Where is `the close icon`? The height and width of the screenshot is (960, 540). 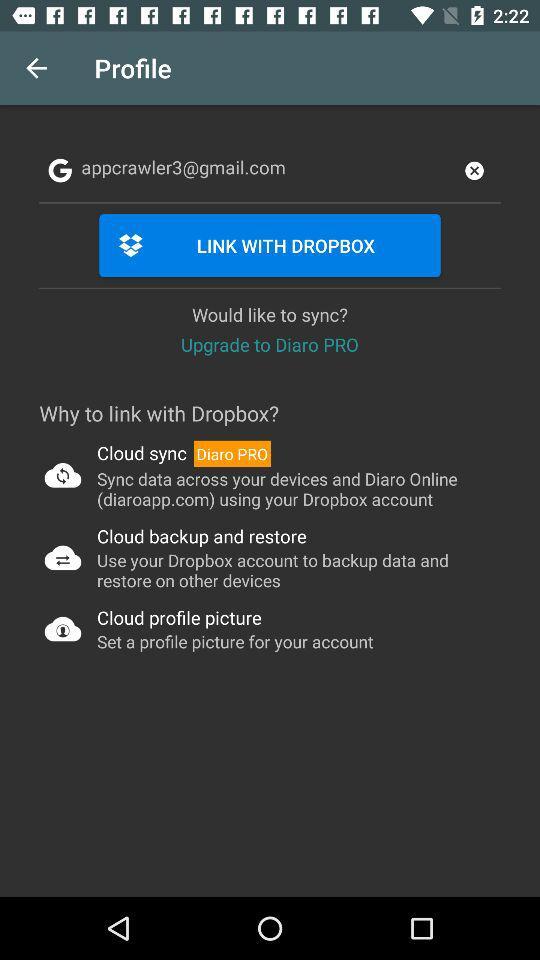
the close icon is located at coordinates (473, 169).